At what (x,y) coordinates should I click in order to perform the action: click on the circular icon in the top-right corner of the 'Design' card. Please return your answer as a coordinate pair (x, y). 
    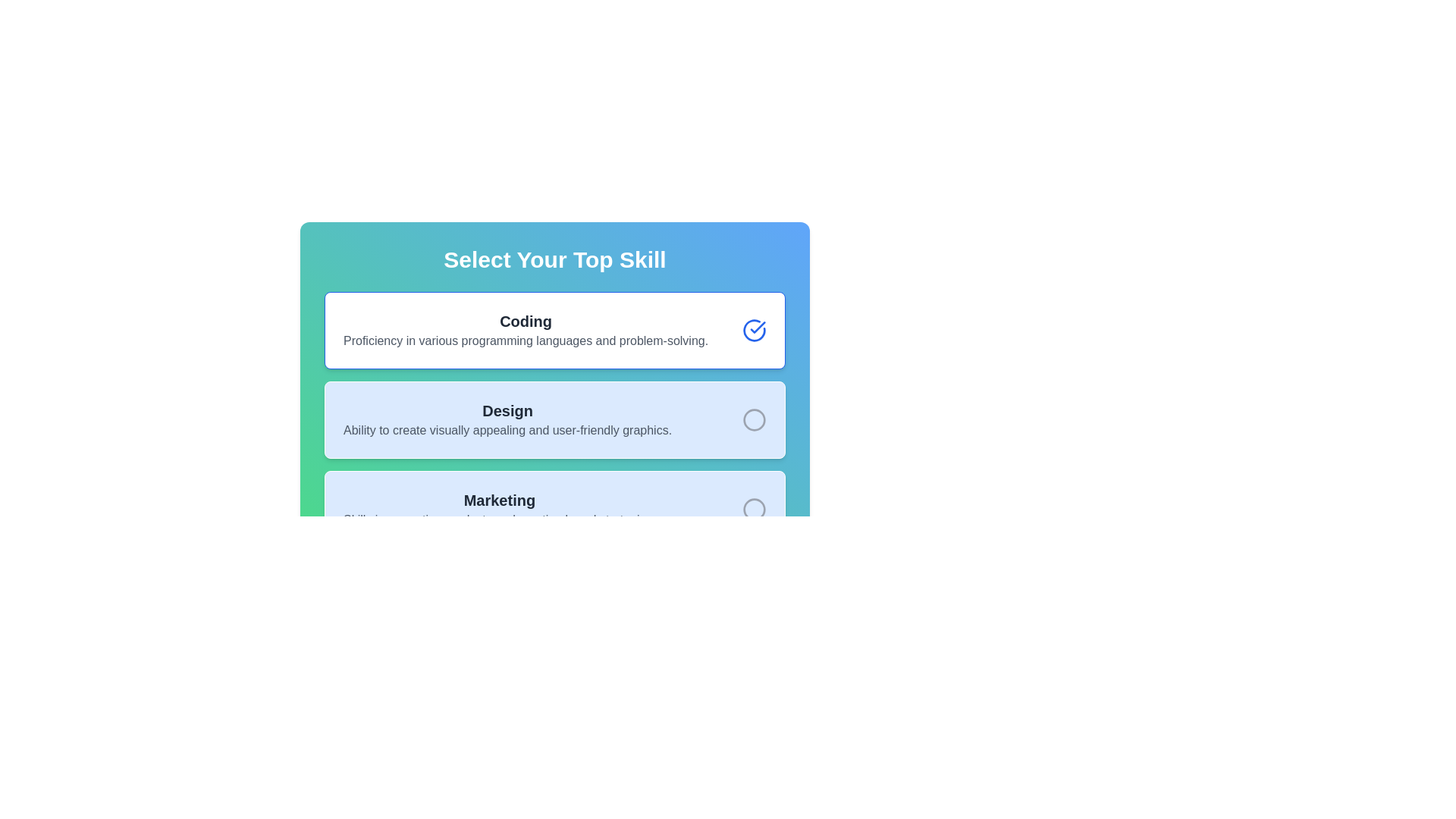
    Looking at the image, I should click on (754, 420).